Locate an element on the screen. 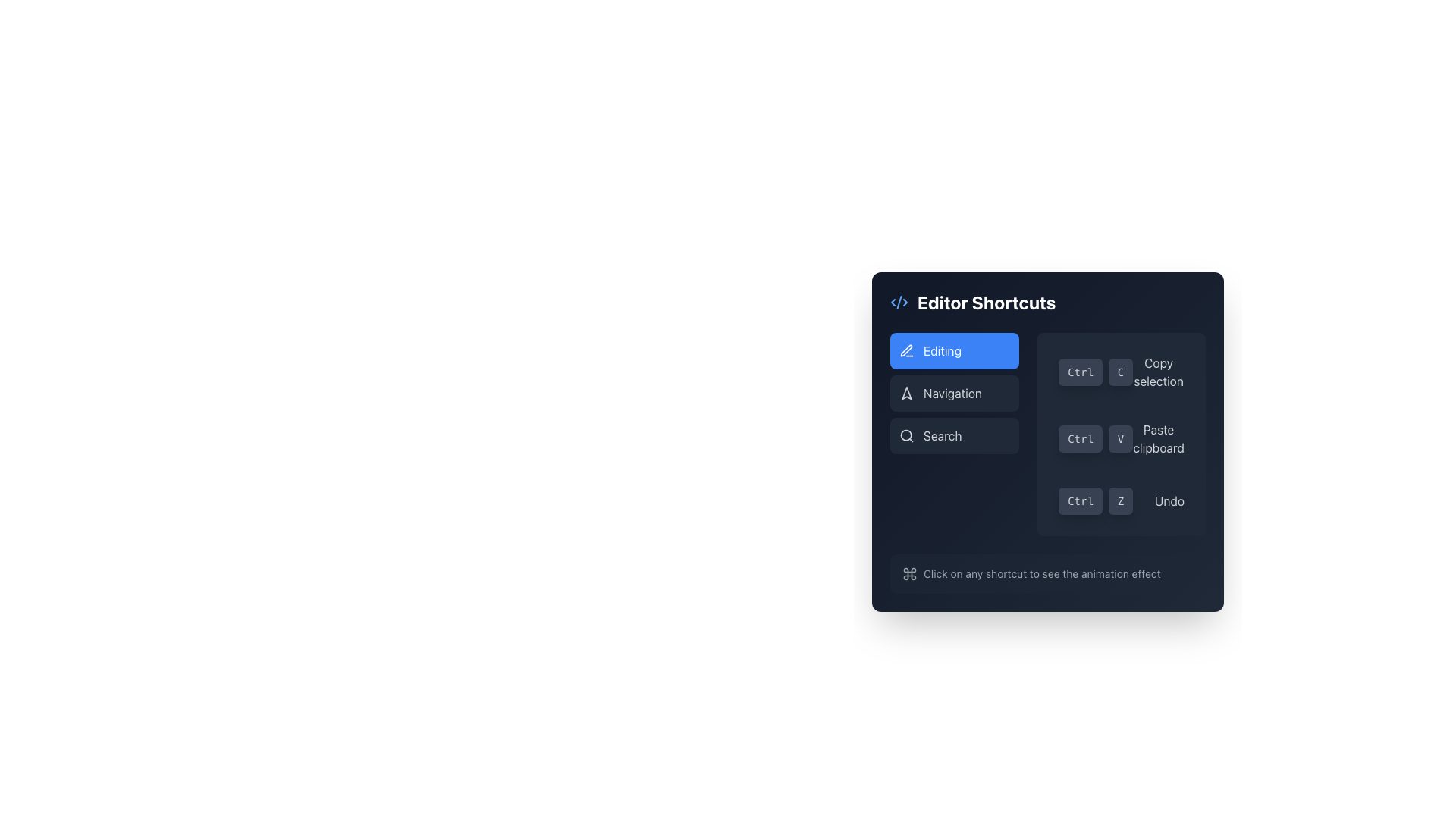  the text header displaying 'Editor Shortcuts', which is bold and white, located at the top of the panel is located at coordinates (987, 302).